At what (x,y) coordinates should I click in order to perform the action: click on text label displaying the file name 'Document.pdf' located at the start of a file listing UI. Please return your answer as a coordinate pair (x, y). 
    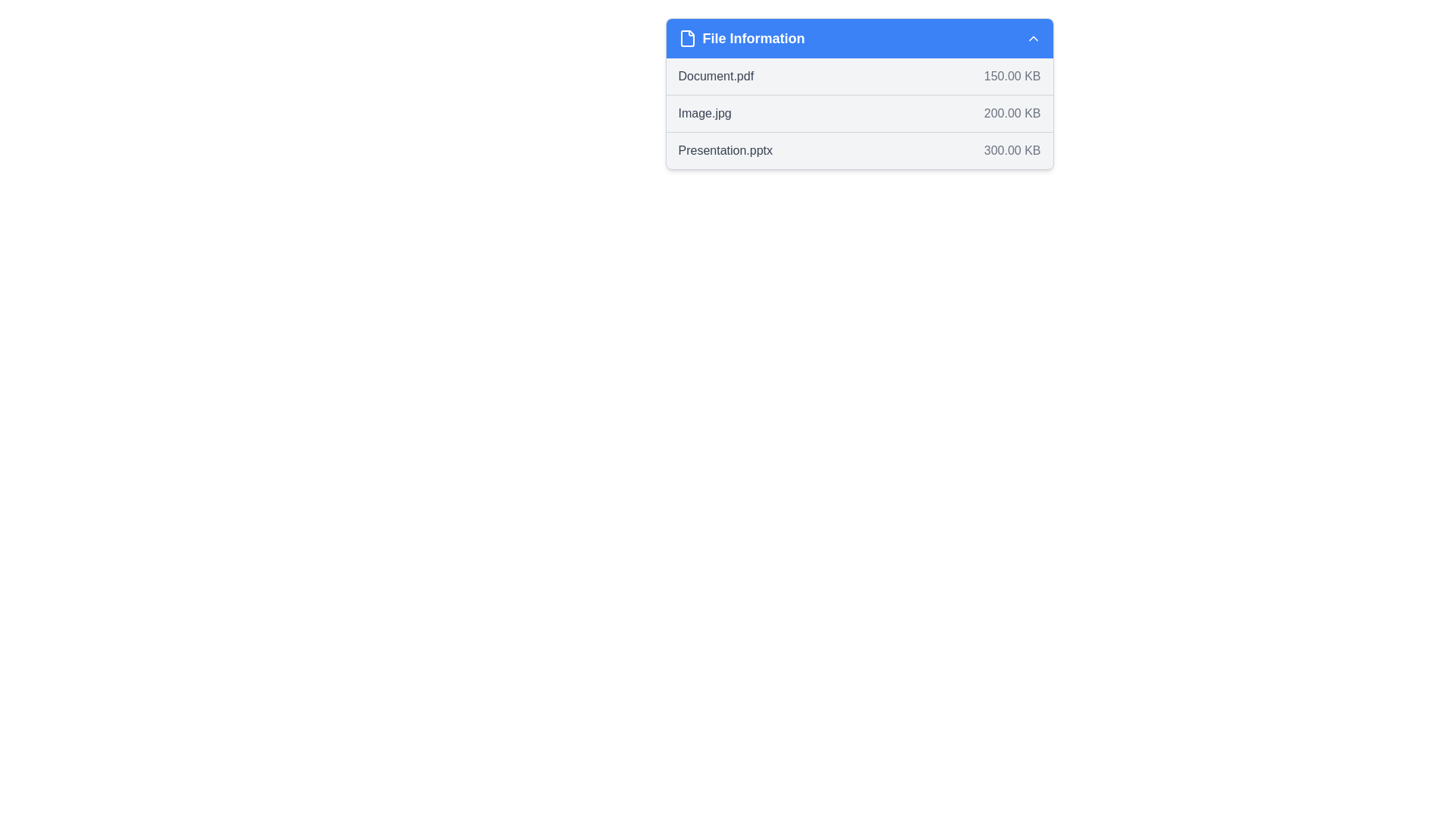
    Looking at the image, I should click on (715, 76).